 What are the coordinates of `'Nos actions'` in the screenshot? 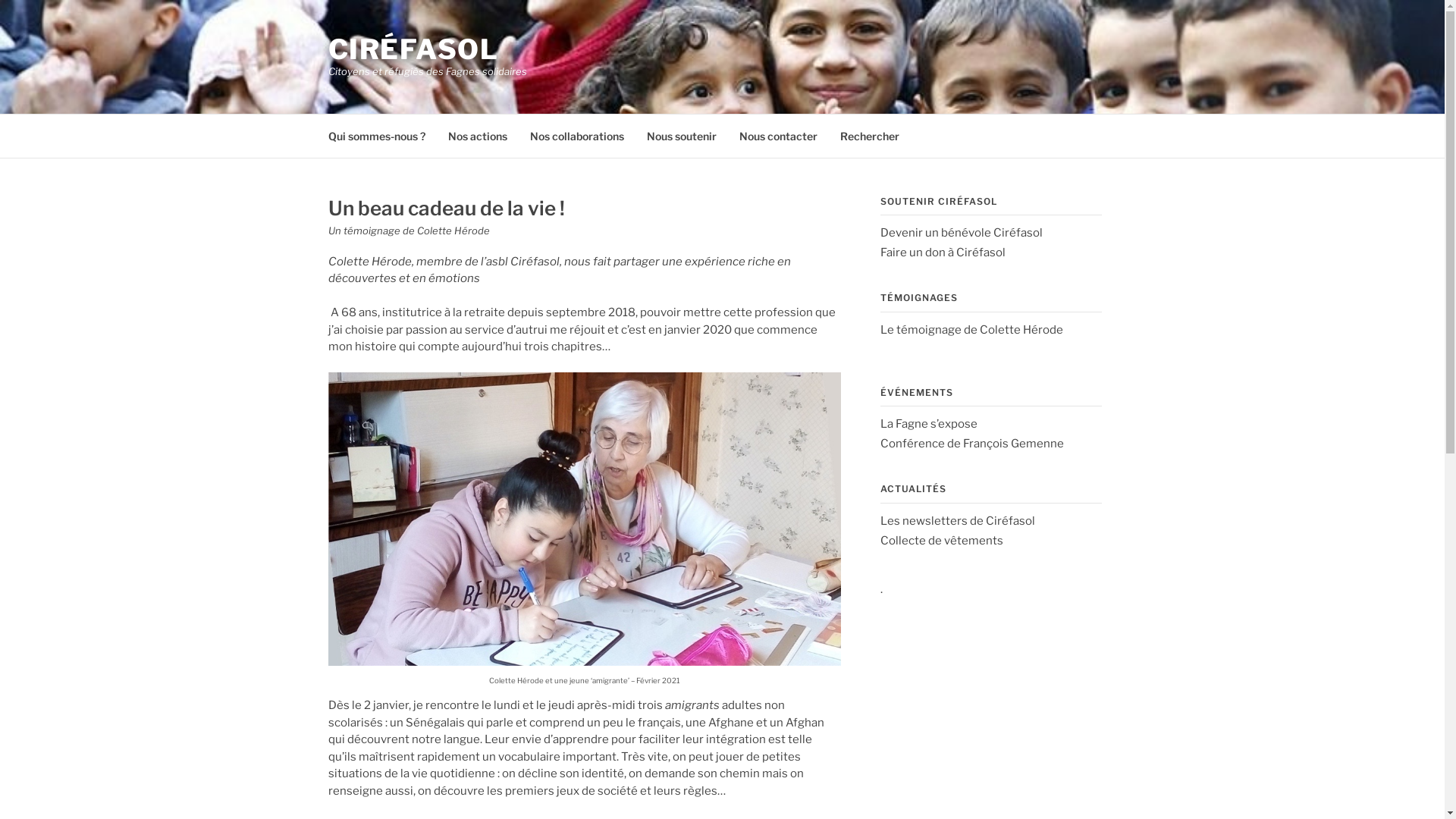 It's located at (475, 134).